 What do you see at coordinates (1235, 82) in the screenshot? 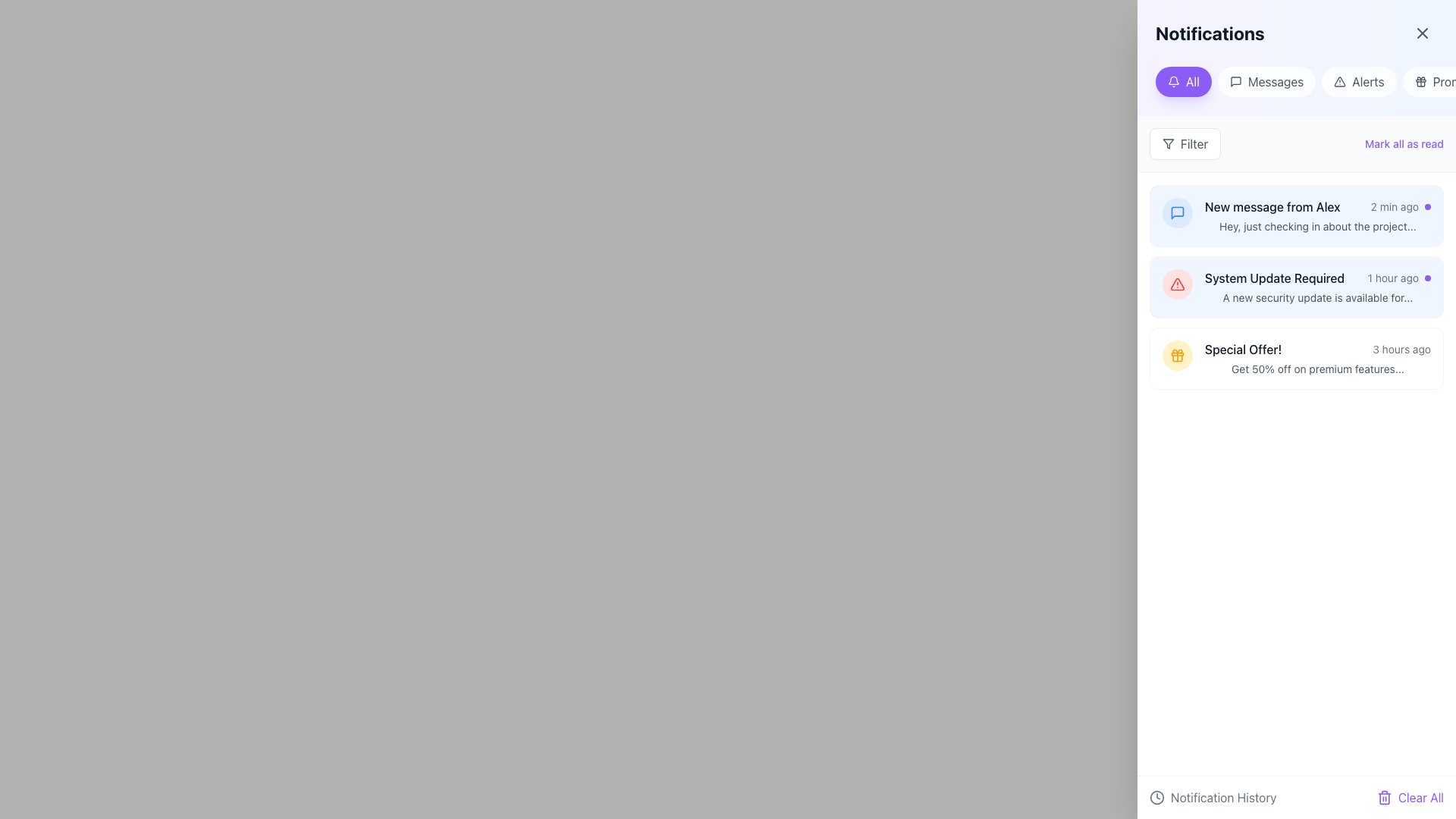
I see `the message icon located to the left of the 'Messages' text within the button under the notifications header` at bounding box center [1235, 82].